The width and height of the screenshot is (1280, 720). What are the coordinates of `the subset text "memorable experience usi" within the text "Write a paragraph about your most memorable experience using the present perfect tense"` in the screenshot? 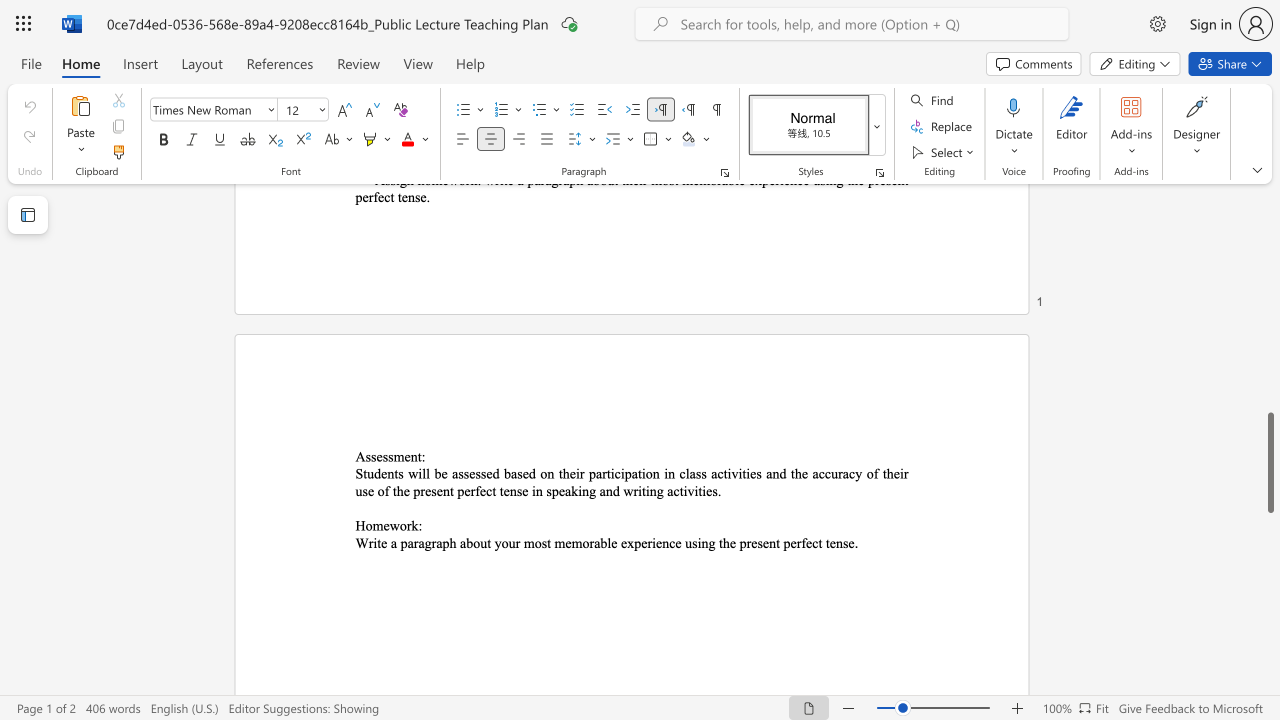 It's located at (554, 543).